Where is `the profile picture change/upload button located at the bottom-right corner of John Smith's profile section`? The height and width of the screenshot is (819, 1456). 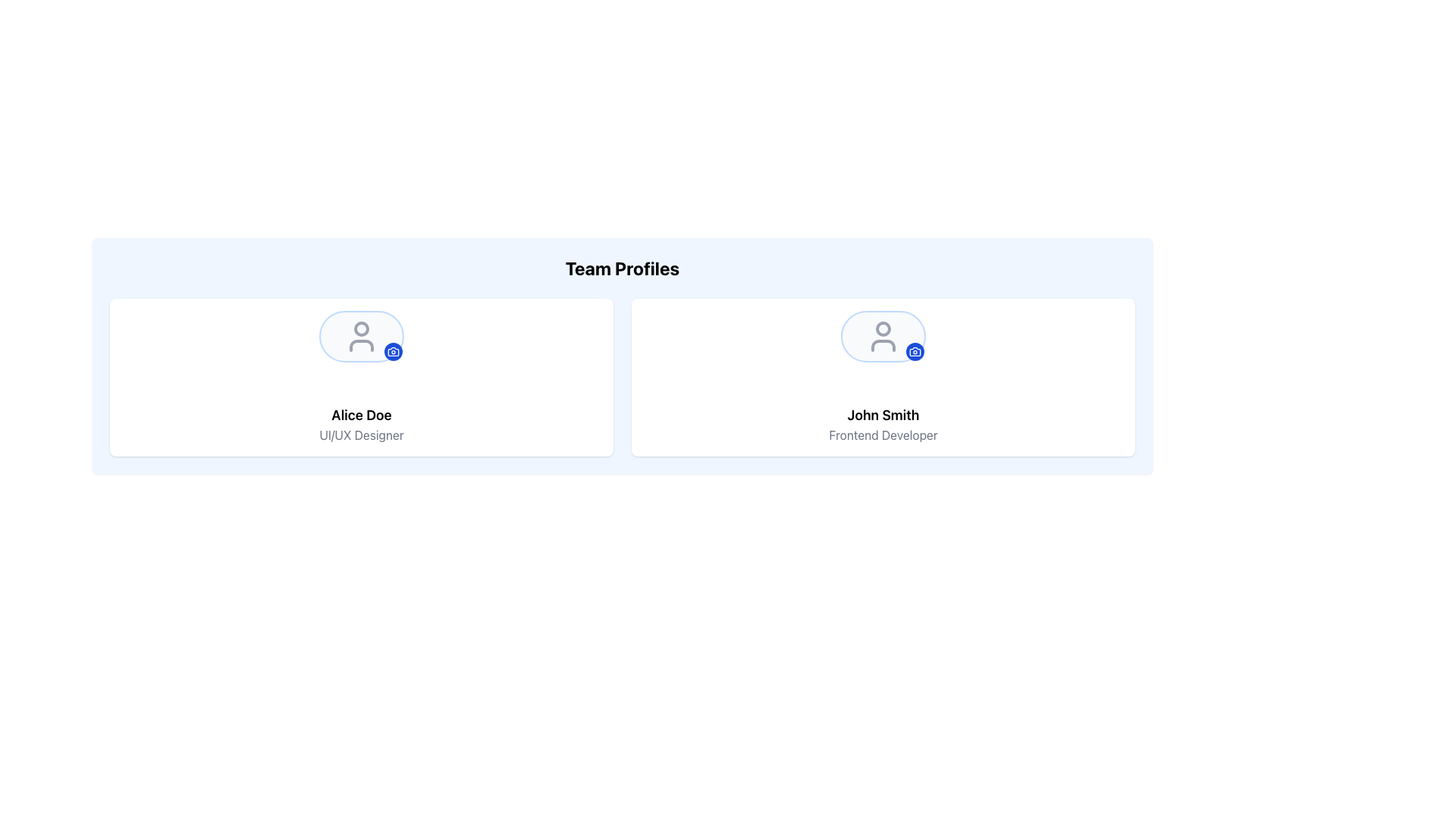
the profile picture change/upload button located at the bottom-right corner of John Smith's profile section is located at coordinates (914, 351).